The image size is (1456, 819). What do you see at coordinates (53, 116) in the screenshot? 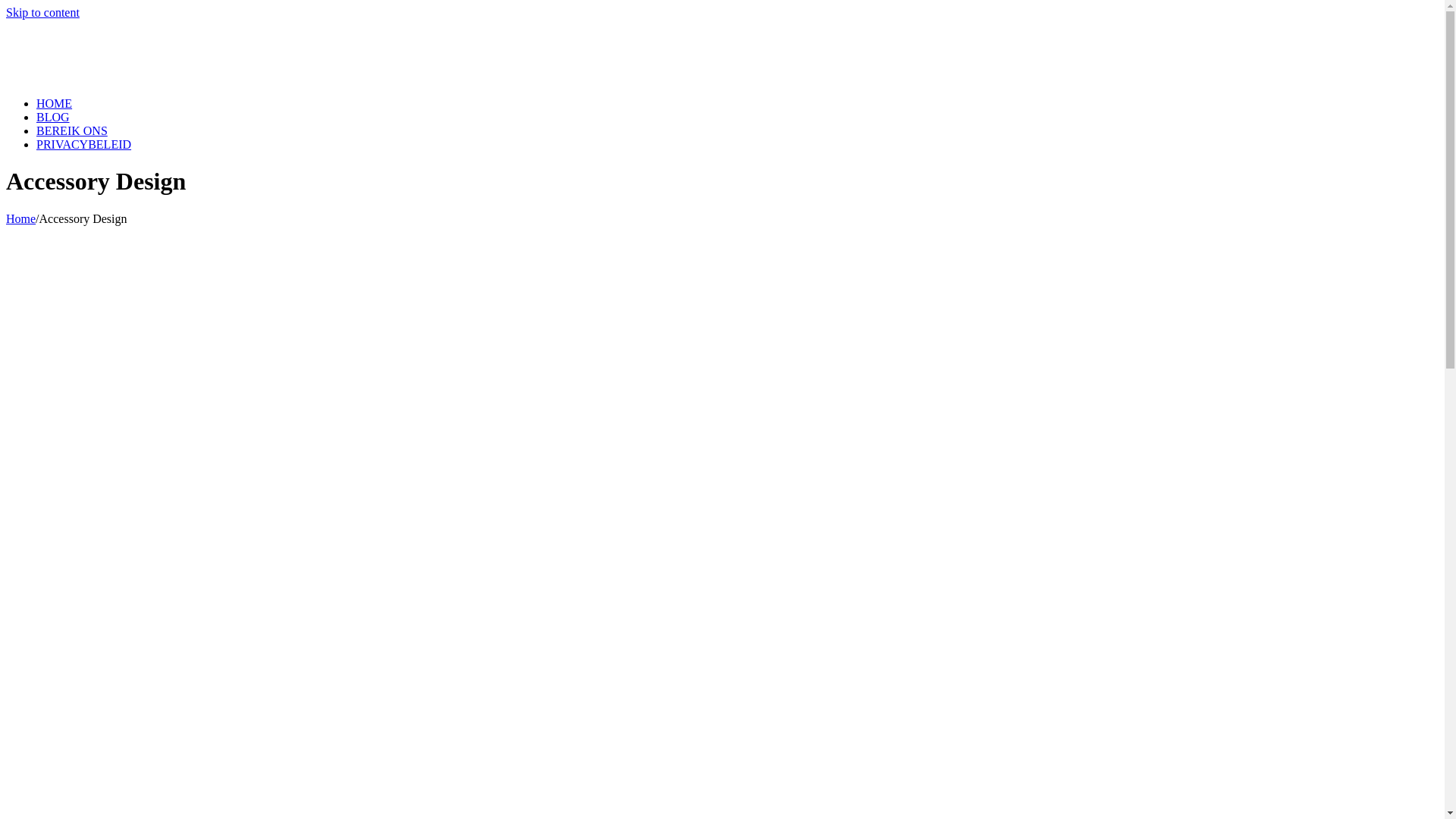
I see `'BLOG'` at bounding box center [53, 116].